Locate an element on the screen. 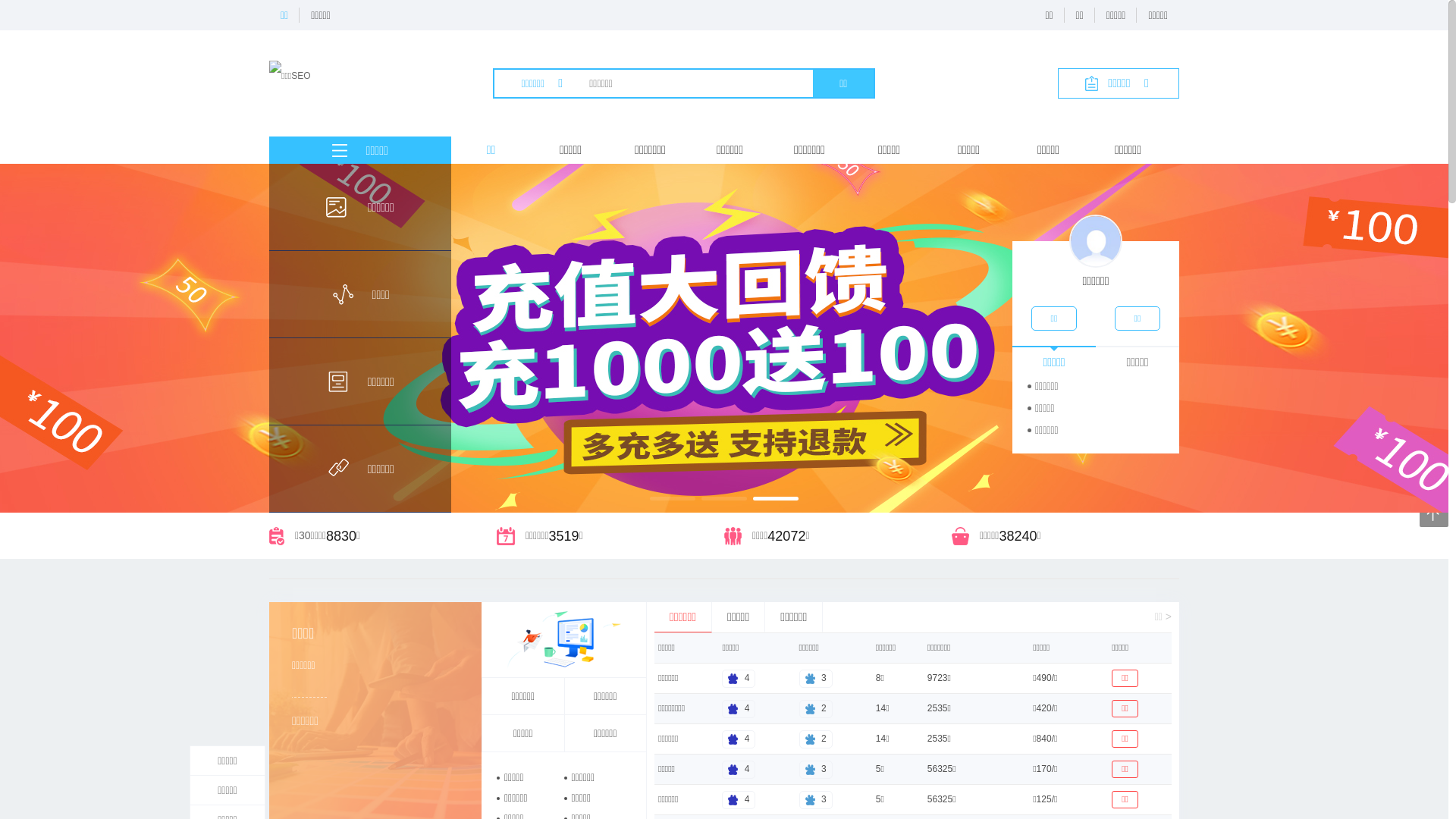  '2' is located at coordinates (814, 738).